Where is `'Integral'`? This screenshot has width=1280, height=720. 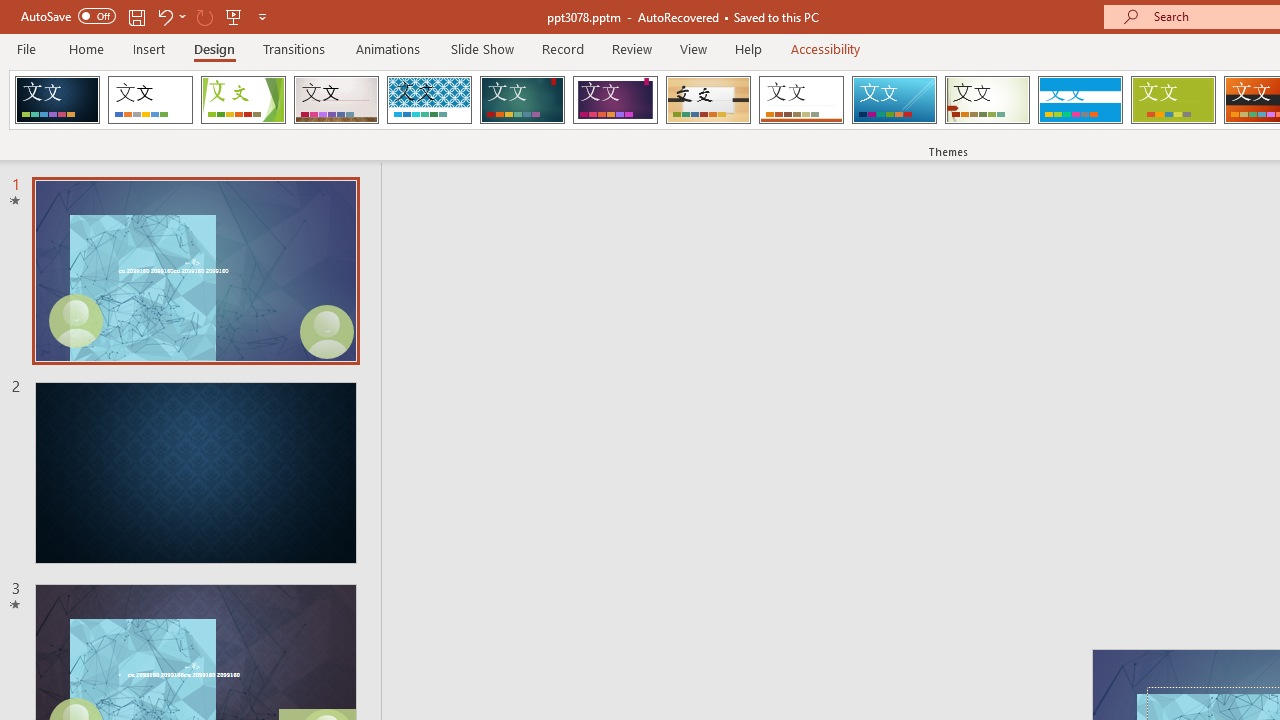 'Integral' is located at coordinates (428, 100).